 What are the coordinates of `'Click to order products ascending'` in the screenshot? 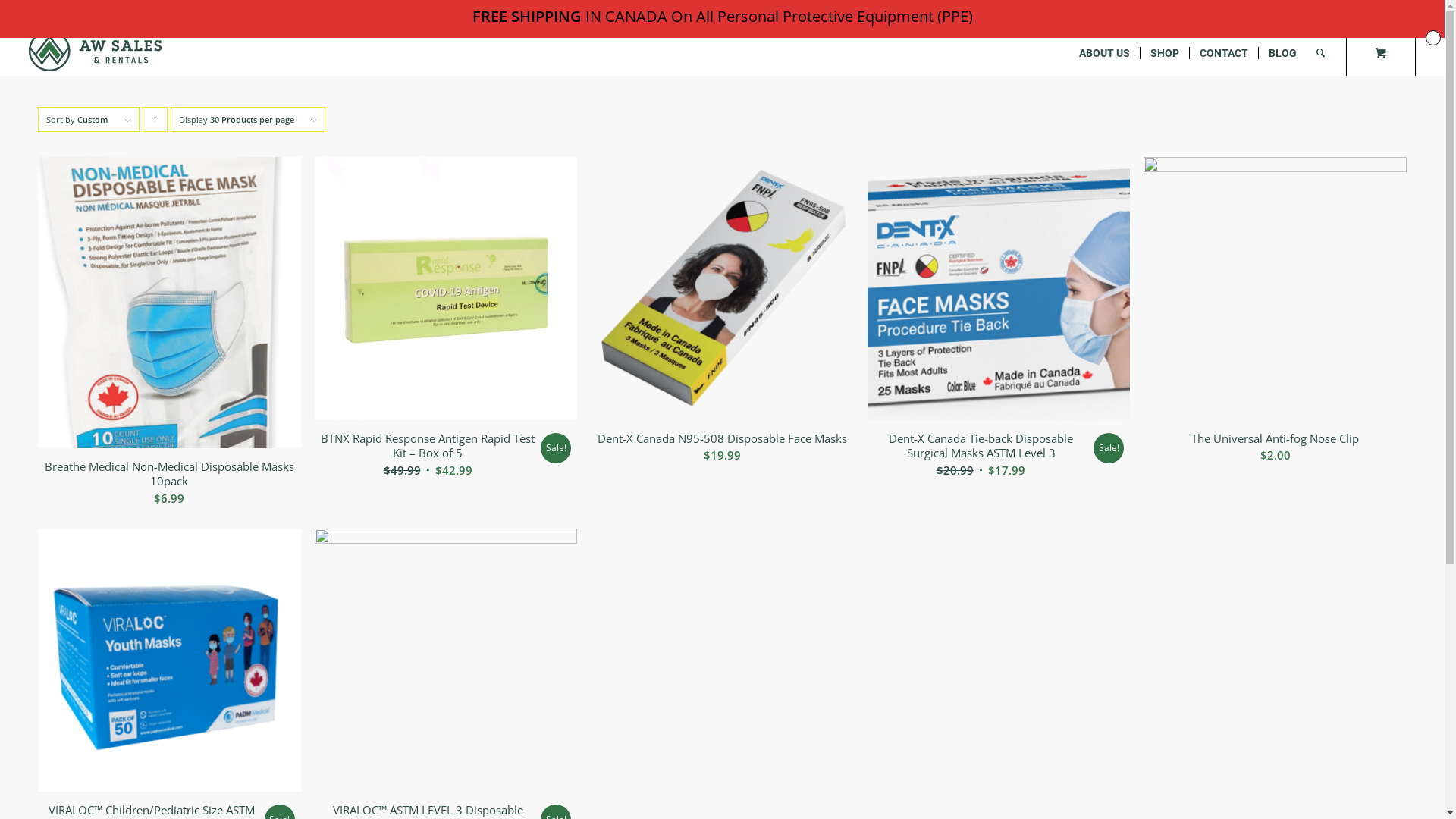 It's located at (155, 118).